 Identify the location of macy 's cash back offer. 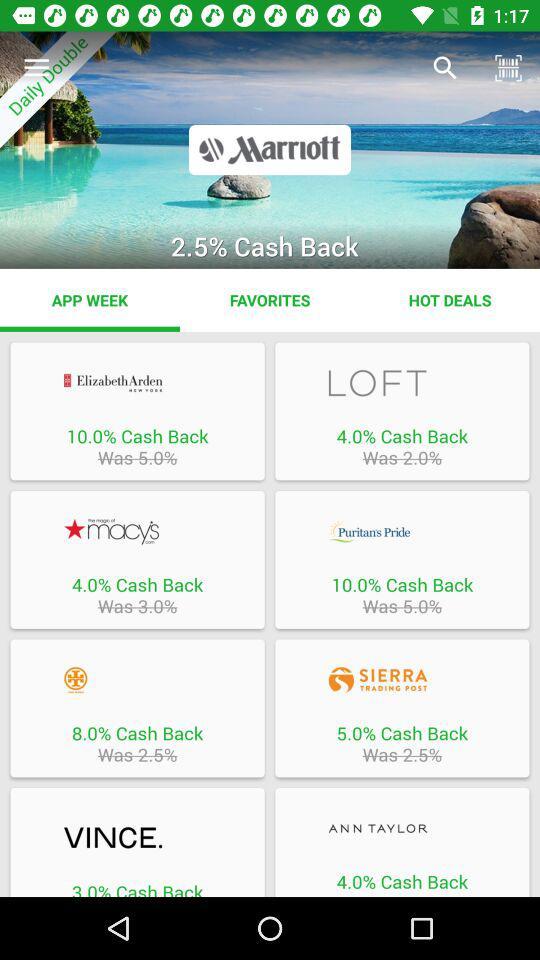
(136, 530).